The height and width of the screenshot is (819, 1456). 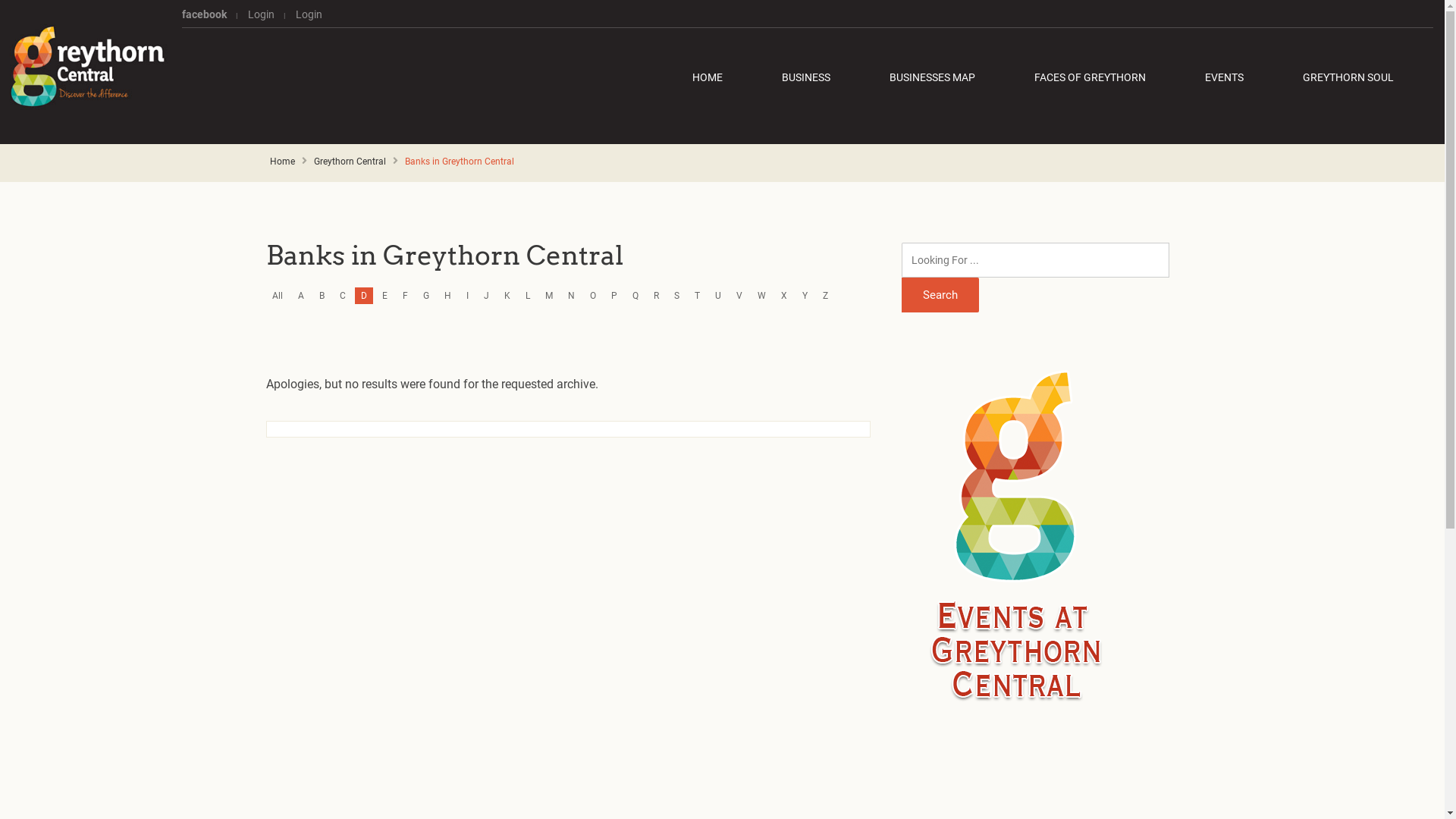 What do you see at coordinates (303, 14) in the screenshot?
I see `'Login'` at bounding box center [303, 14].